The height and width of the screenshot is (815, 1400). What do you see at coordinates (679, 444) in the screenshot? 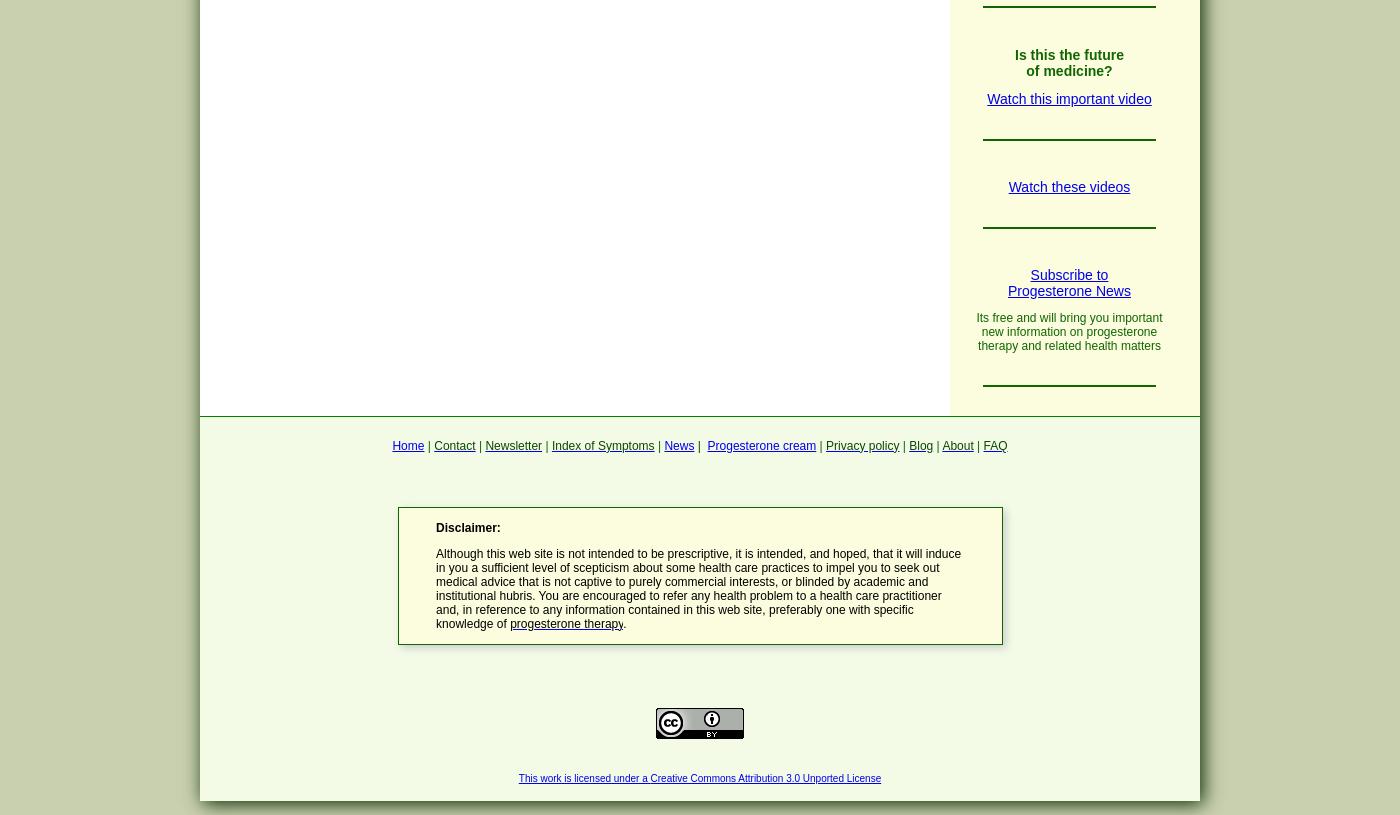
I see `'News'` at bounding box center [679, 444].